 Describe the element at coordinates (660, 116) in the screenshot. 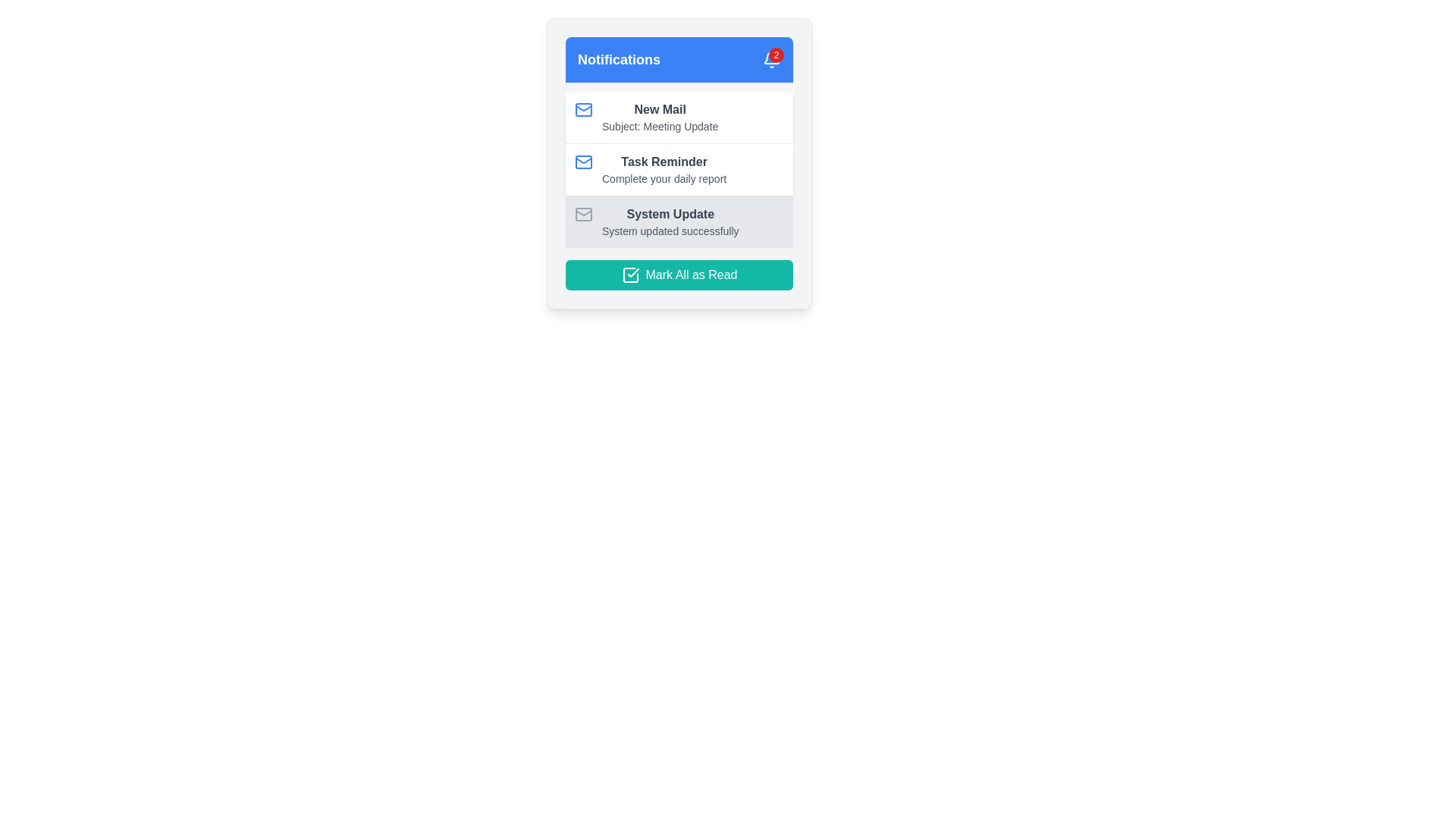

I see `details of the text block that contains 'New Mail' and 'Subject: Meeting Update' within the notification card, located adjacent to the blue email icon` at that location.